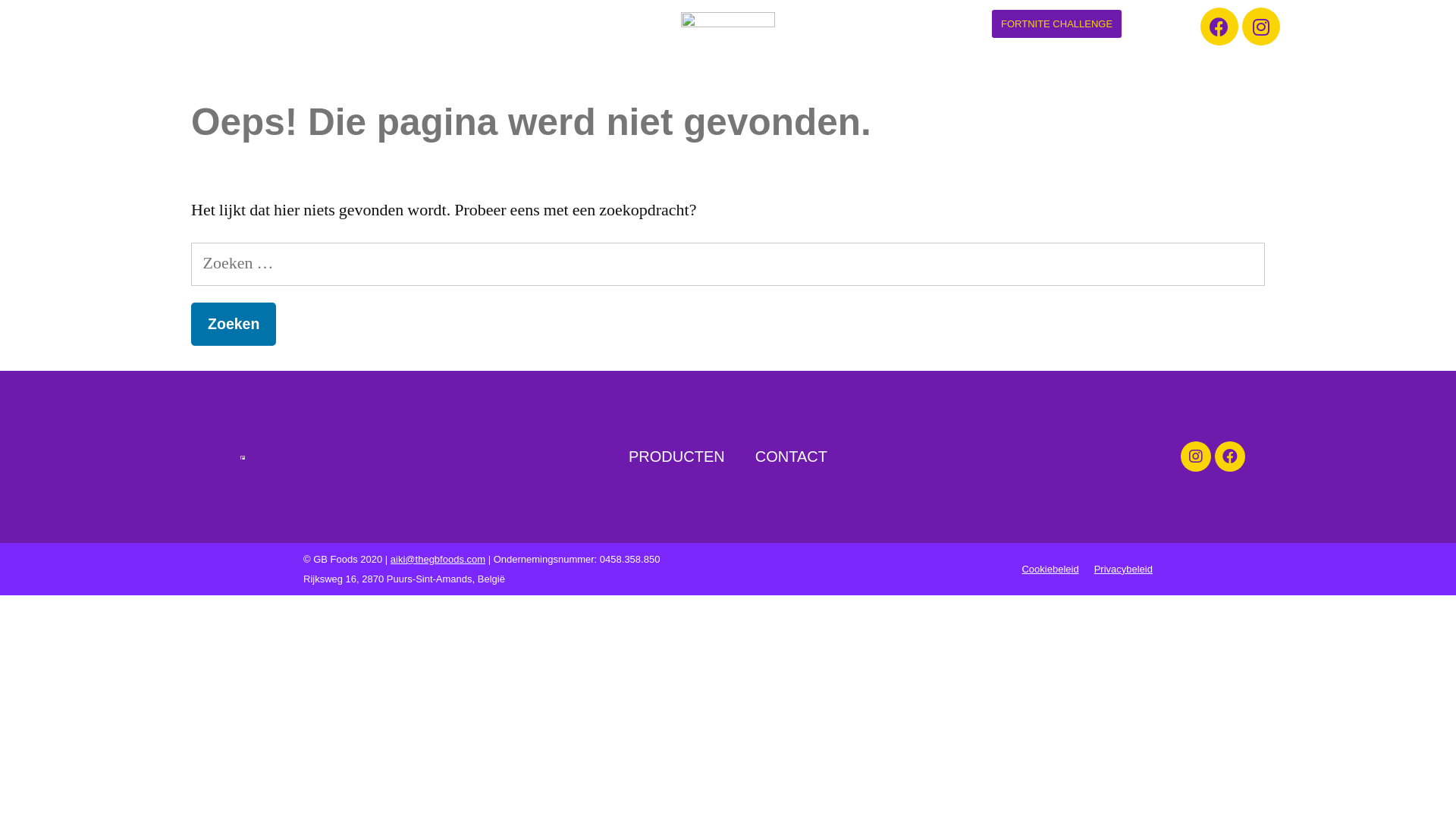 The width and height of the screenshot is (1456, 819). What do you see at coordinates (1049, 569) in the screenshot?
I see `'Cookiebeleid'` at bounding box center [1049, 569].